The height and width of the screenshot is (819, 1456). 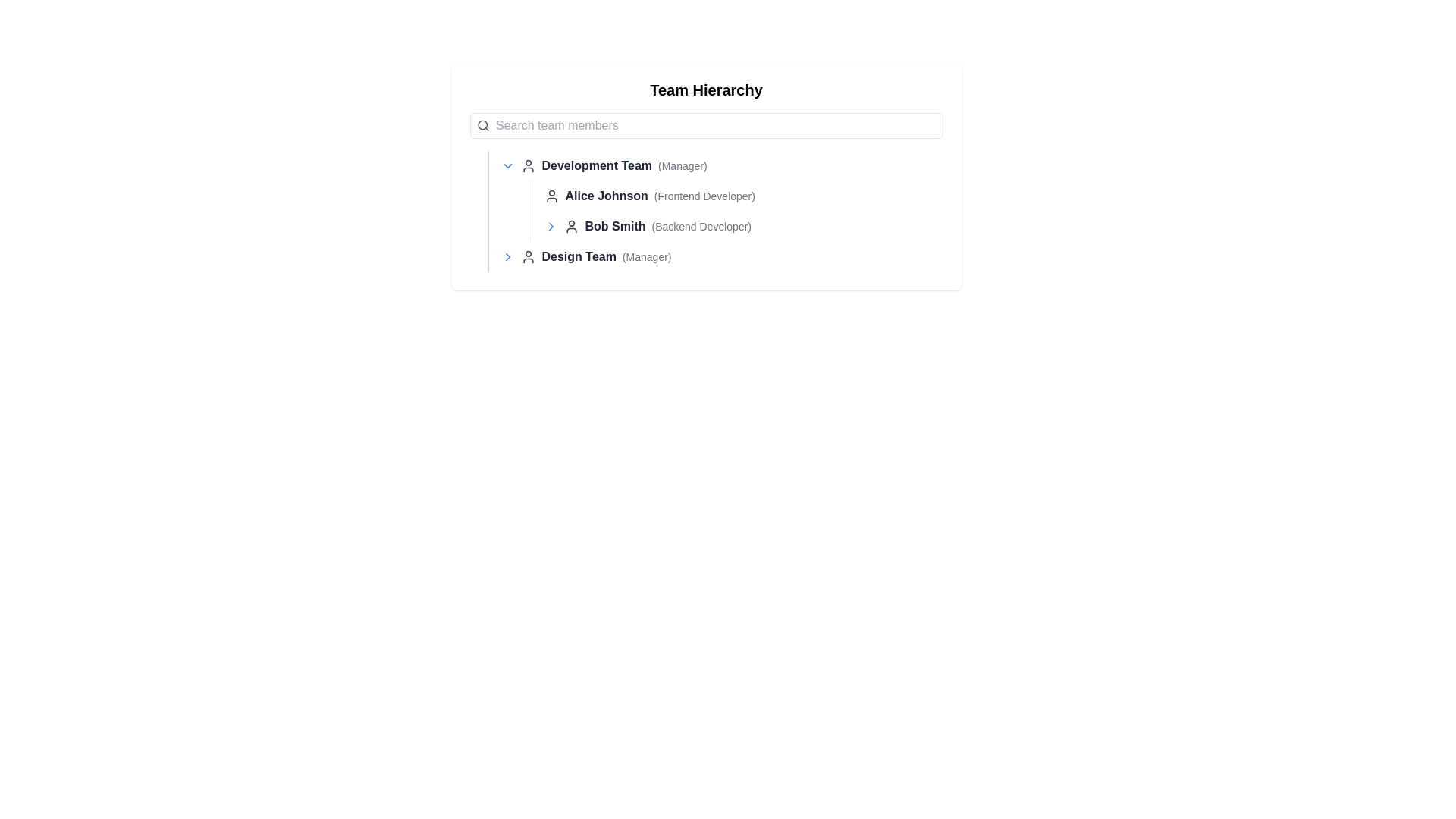 I want to click on the text label displaying '(Frontend Developer)' which is located to the right and slightly below 'Alice Johnson' in the hierarchical list under 'Development Team', so click(x=704, y=195).